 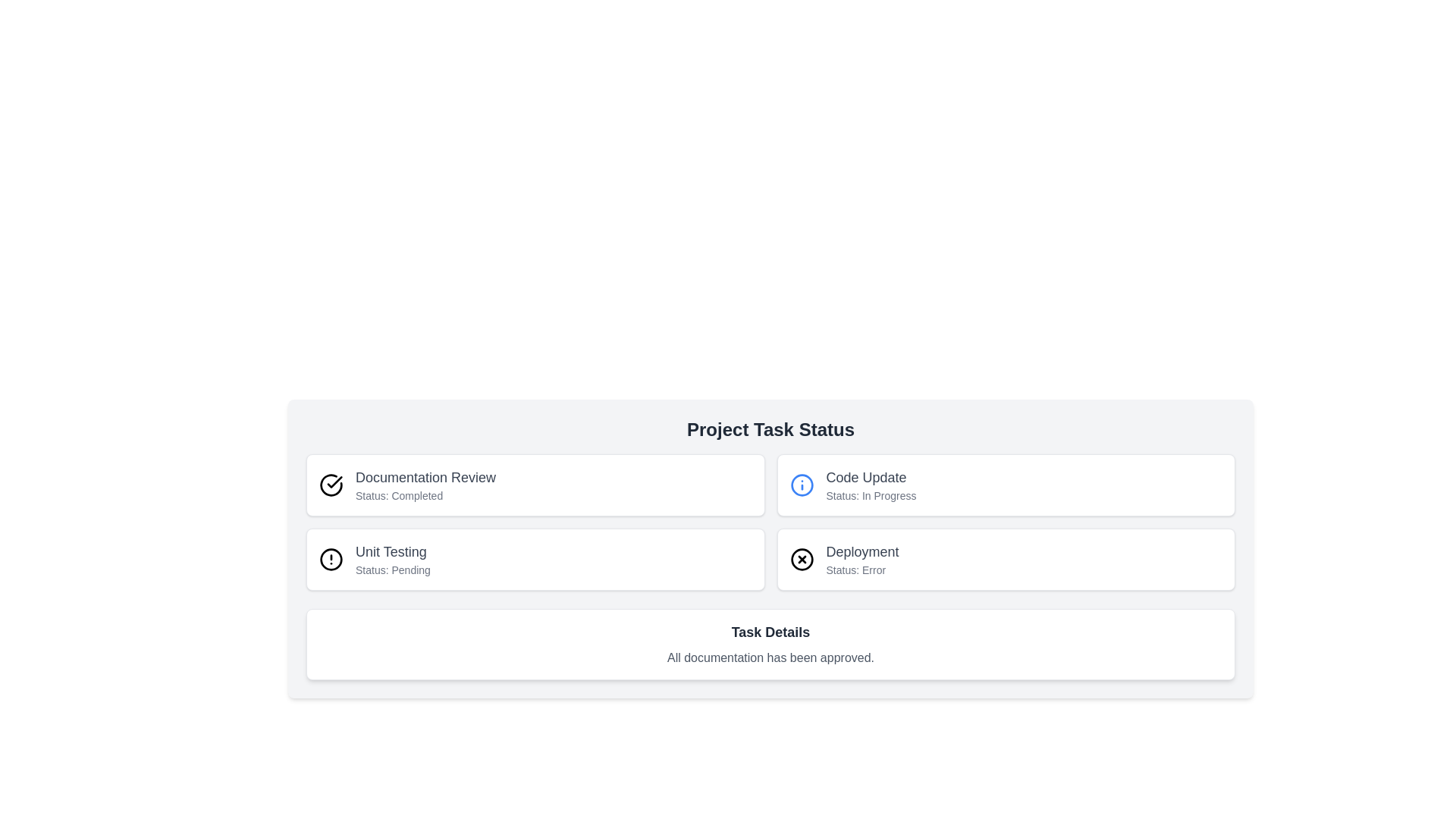 I want to click on the red circular graphical element within the alert icon in the 'Unit Testing' section that indicates 'Status: Pending', so click(x=330, y=559).